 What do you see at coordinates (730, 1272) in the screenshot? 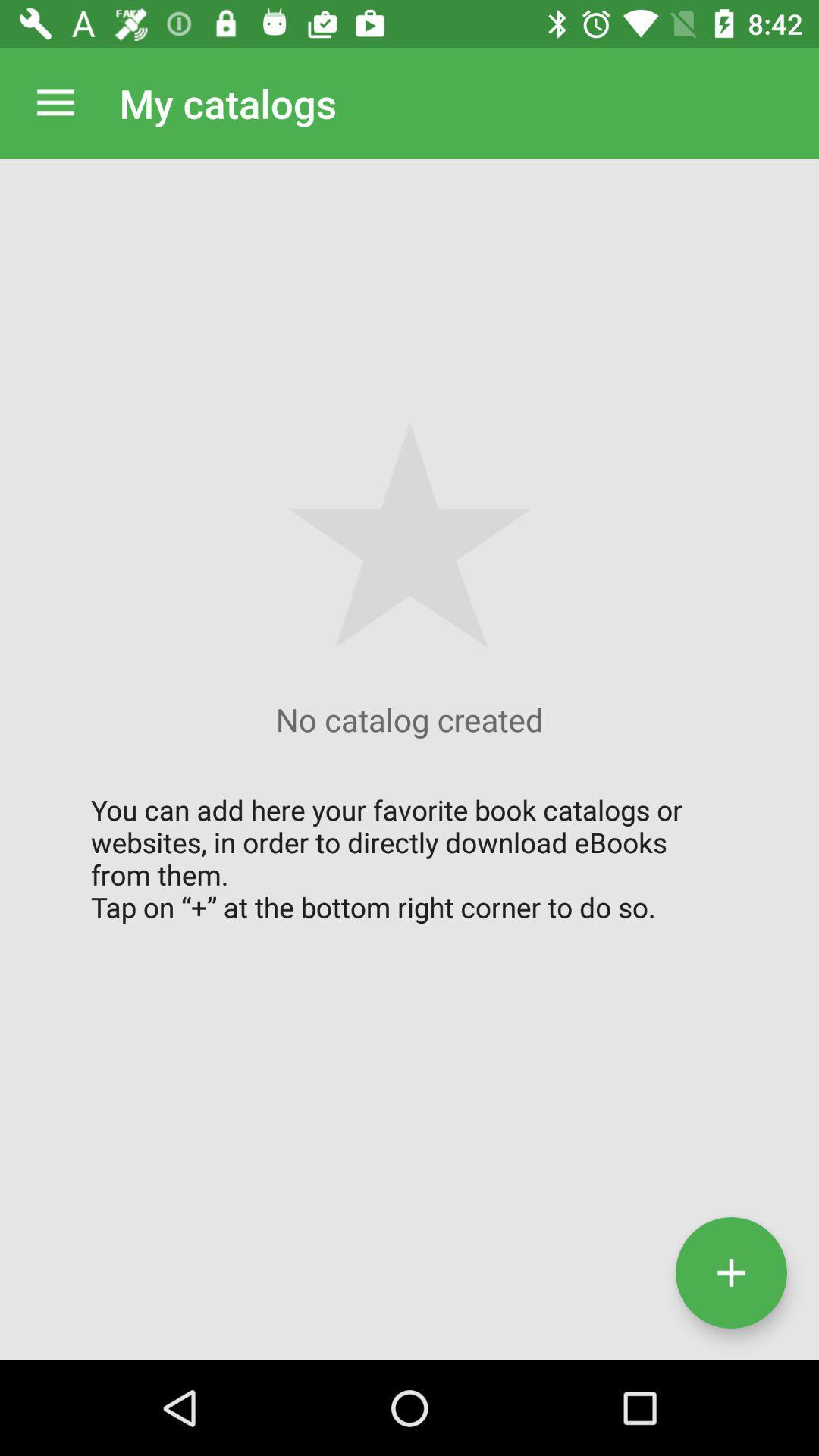
I see `catalogue` at bounding box center [730, 1272].